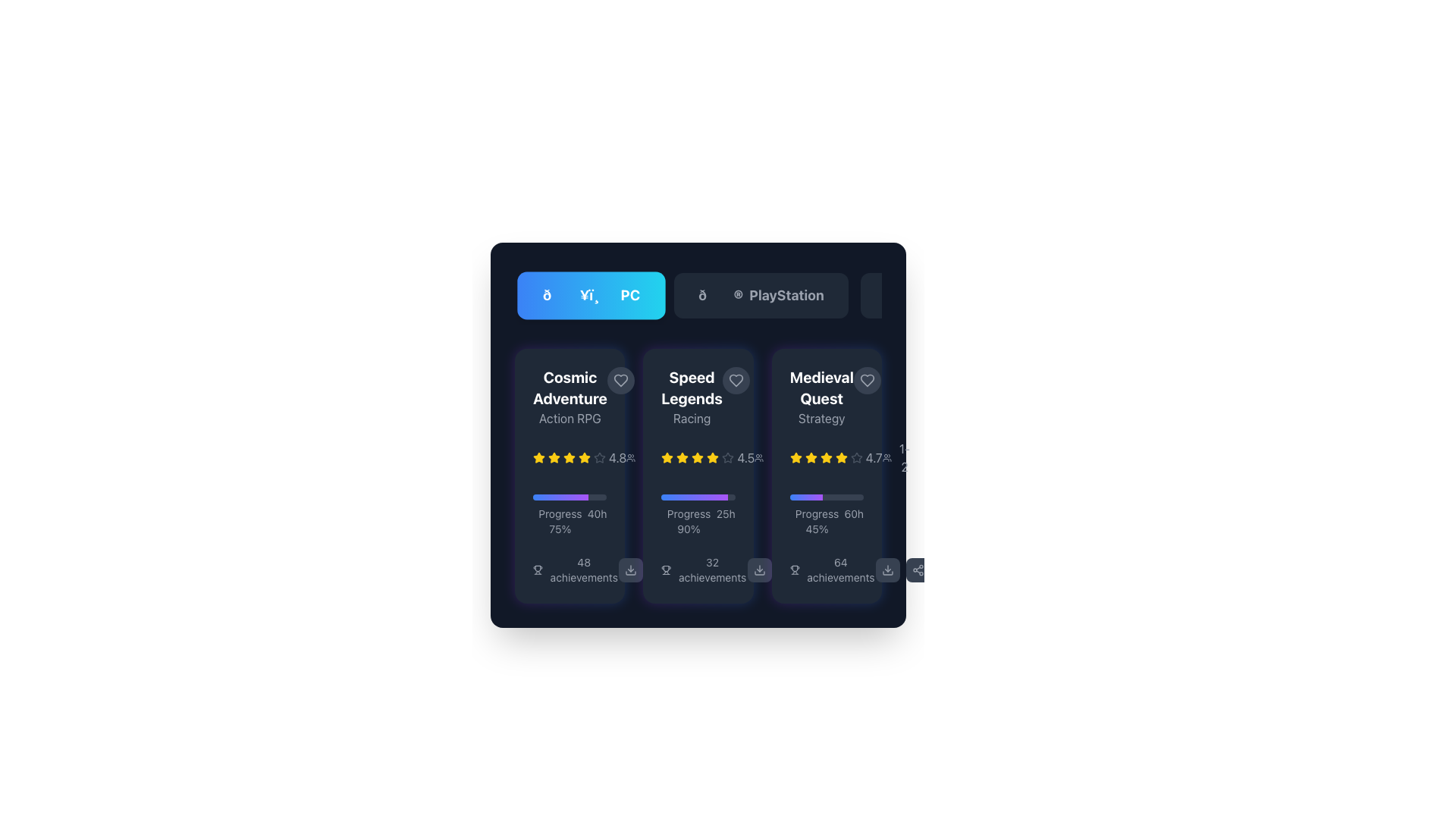  What do you see at coordinates (759, 570) in the screenshot?
I see `the download button located at the bottom of the second content card, which is positioned to the left of the share button` at bounding box center [759, 570].